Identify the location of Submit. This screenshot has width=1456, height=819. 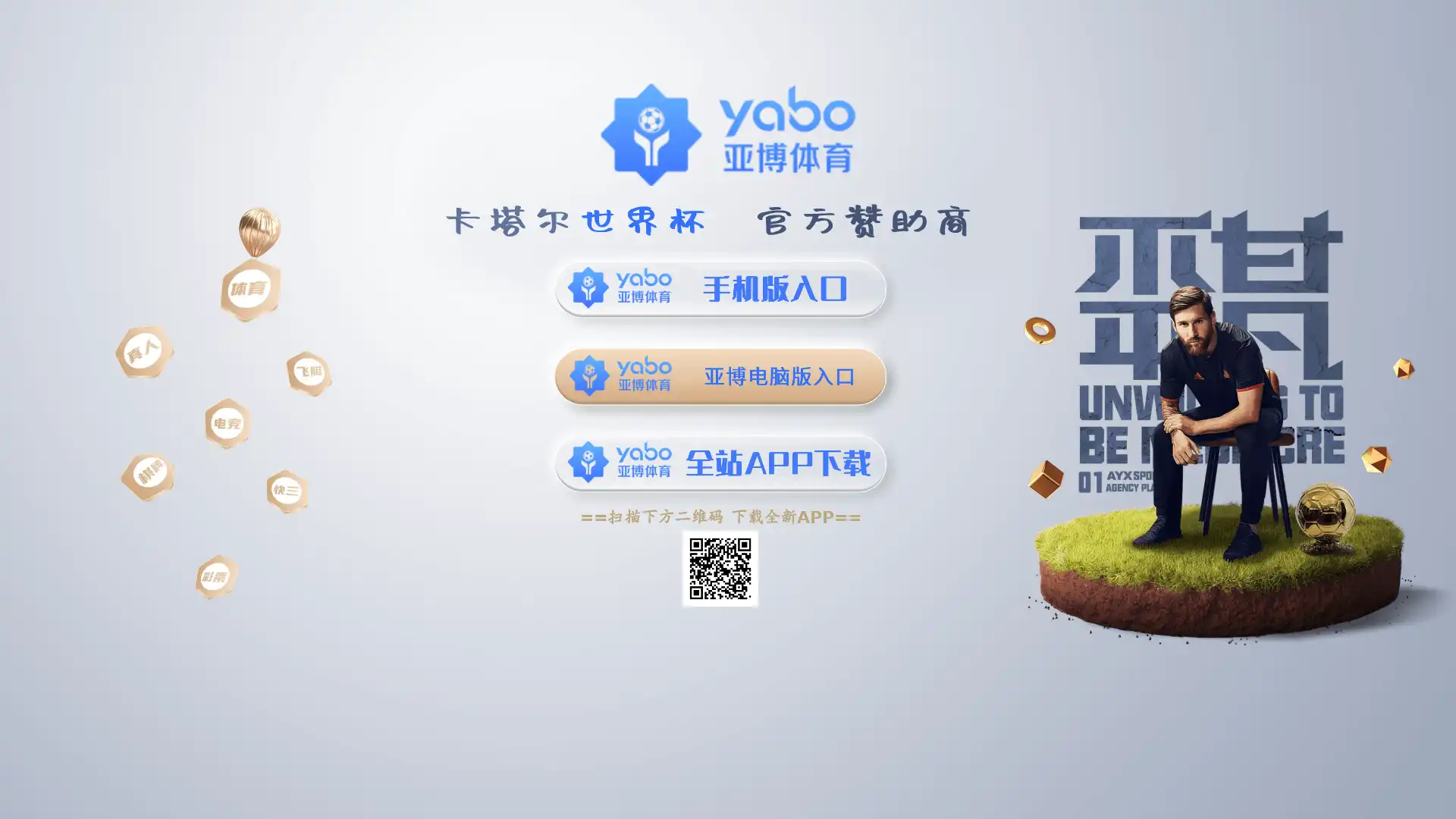
(1168, 102).